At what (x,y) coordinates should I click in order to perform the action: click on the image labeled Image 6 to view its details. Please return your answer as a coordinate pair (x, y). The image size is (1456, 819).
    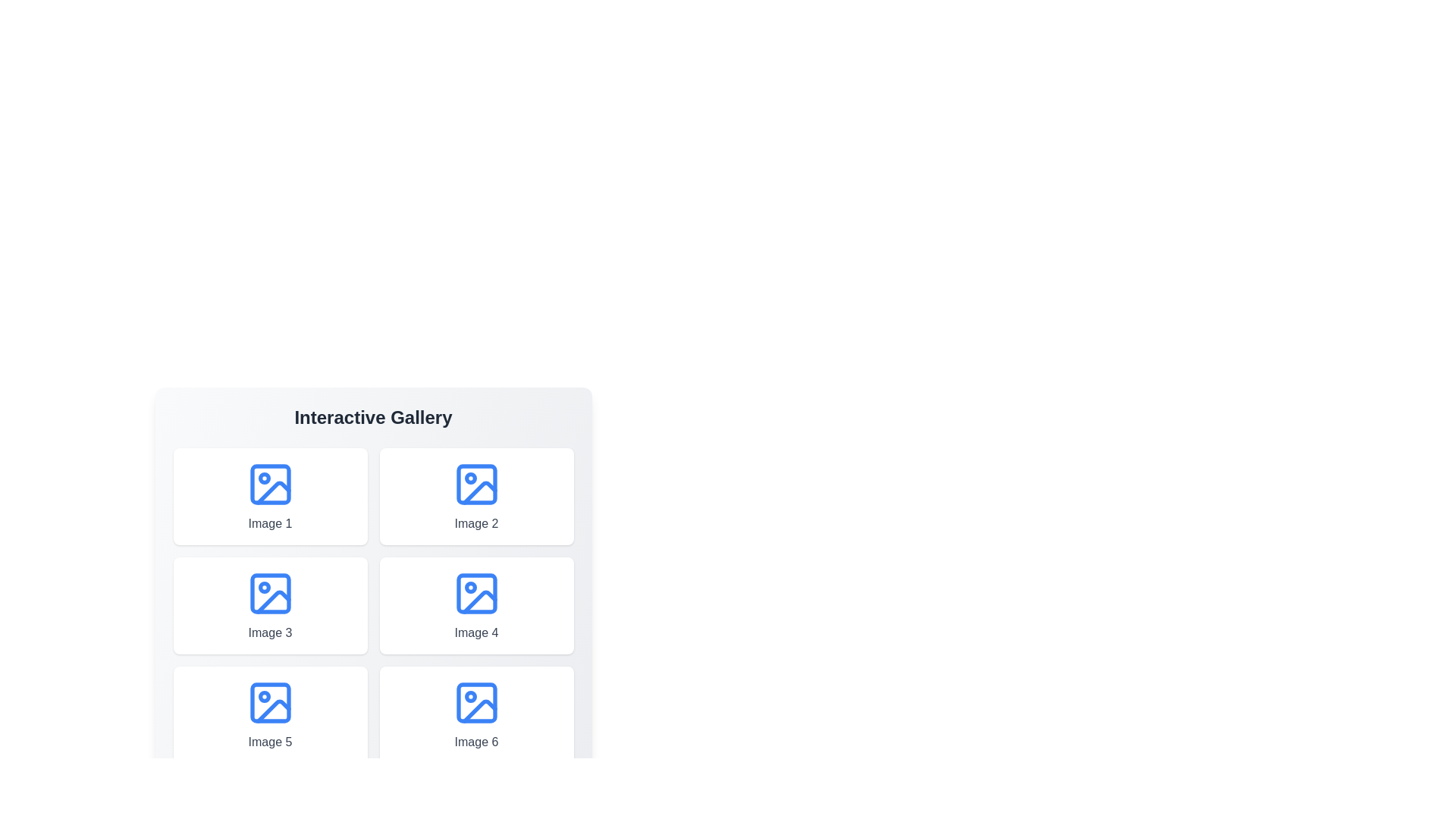
    Looking at the image, I should click on (475, 714).